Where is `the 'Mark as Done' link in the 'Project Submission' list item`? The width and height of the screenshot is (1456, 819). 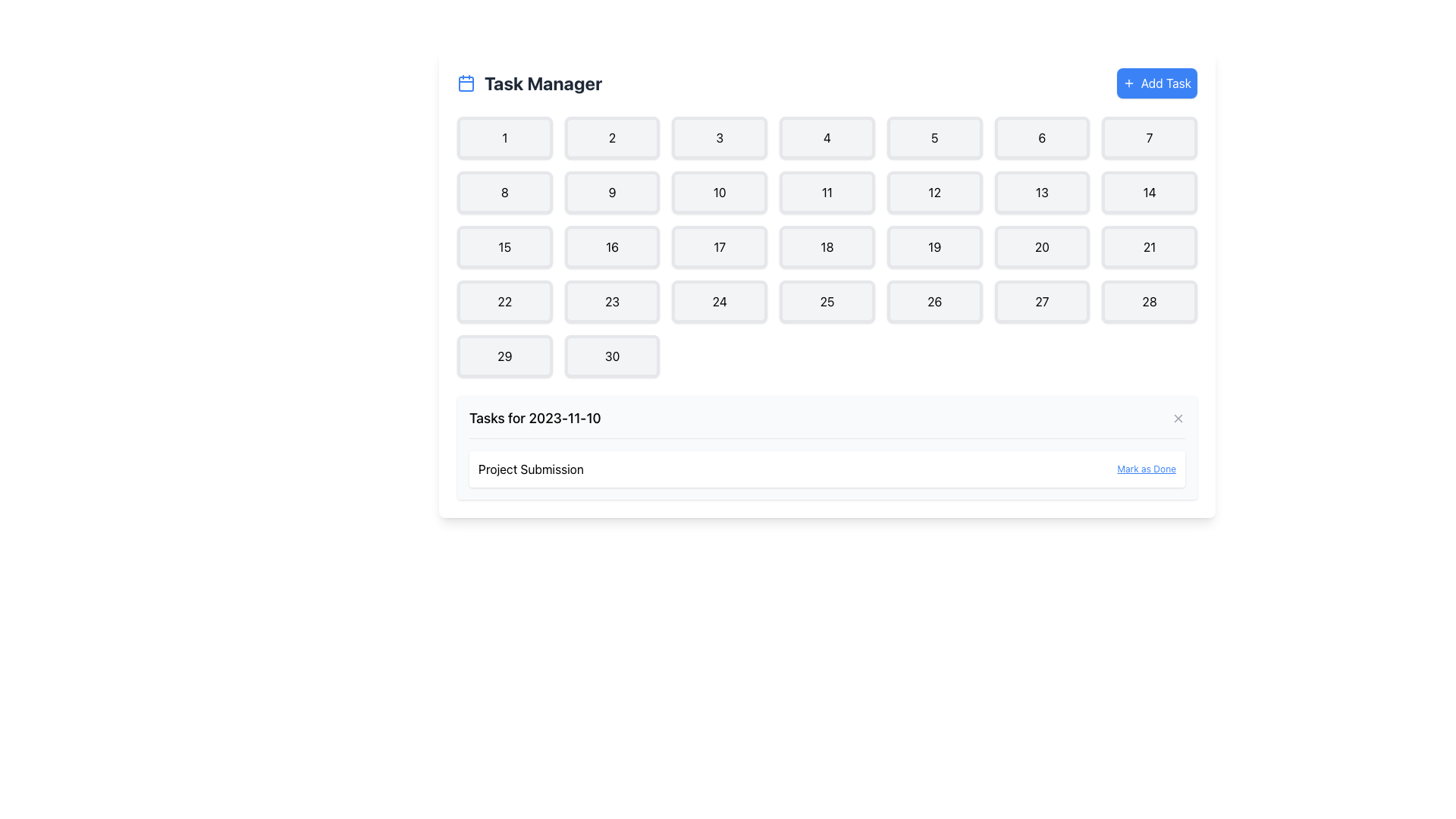 the 'Mark as Done' link in the 'Project Submission' list item is located at coordinates (826, 468).